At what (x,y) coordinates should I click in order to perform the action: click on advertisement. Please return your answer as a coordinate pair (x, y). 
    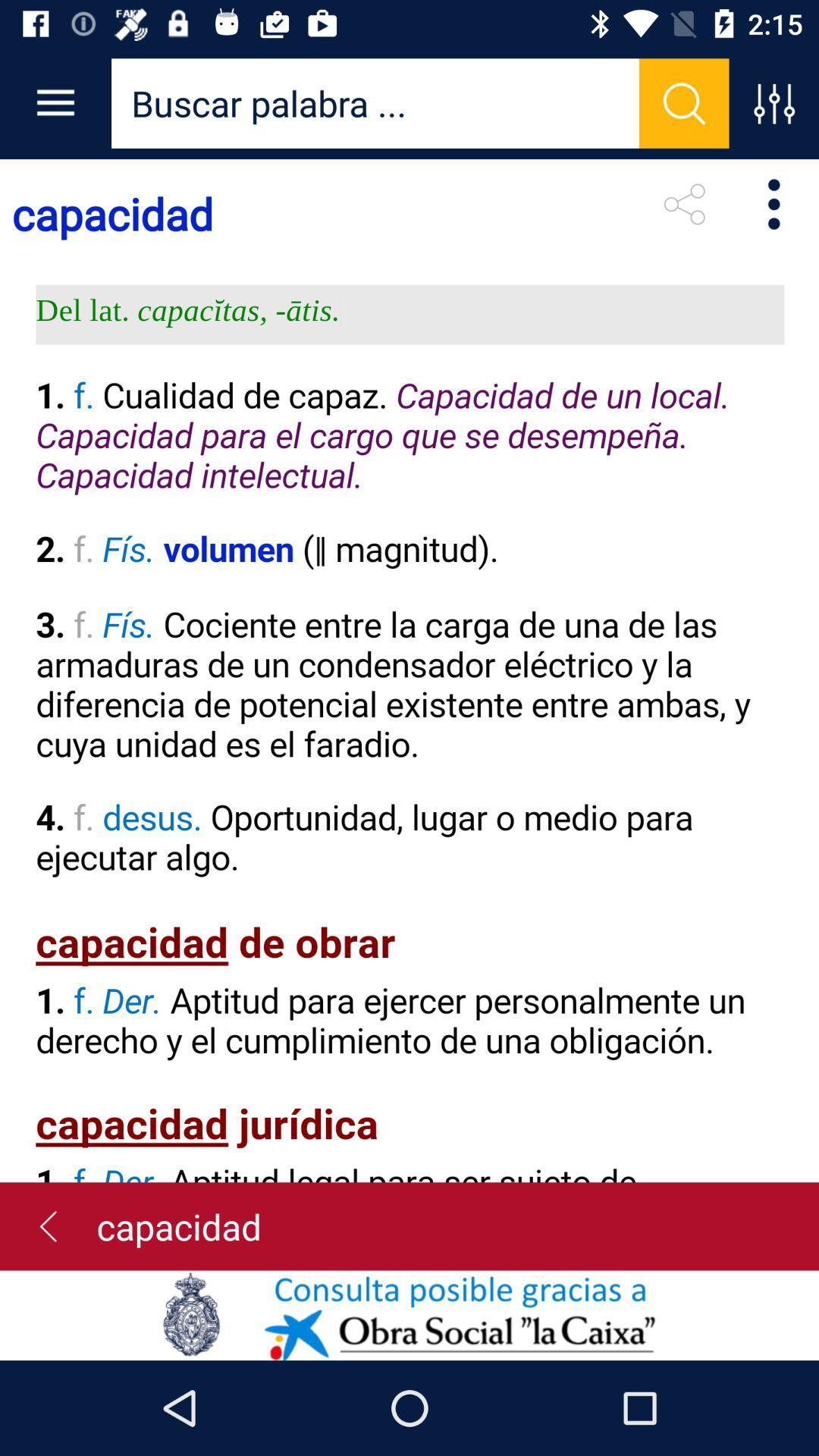
    Looking at the image, I should click on (409, 1314).